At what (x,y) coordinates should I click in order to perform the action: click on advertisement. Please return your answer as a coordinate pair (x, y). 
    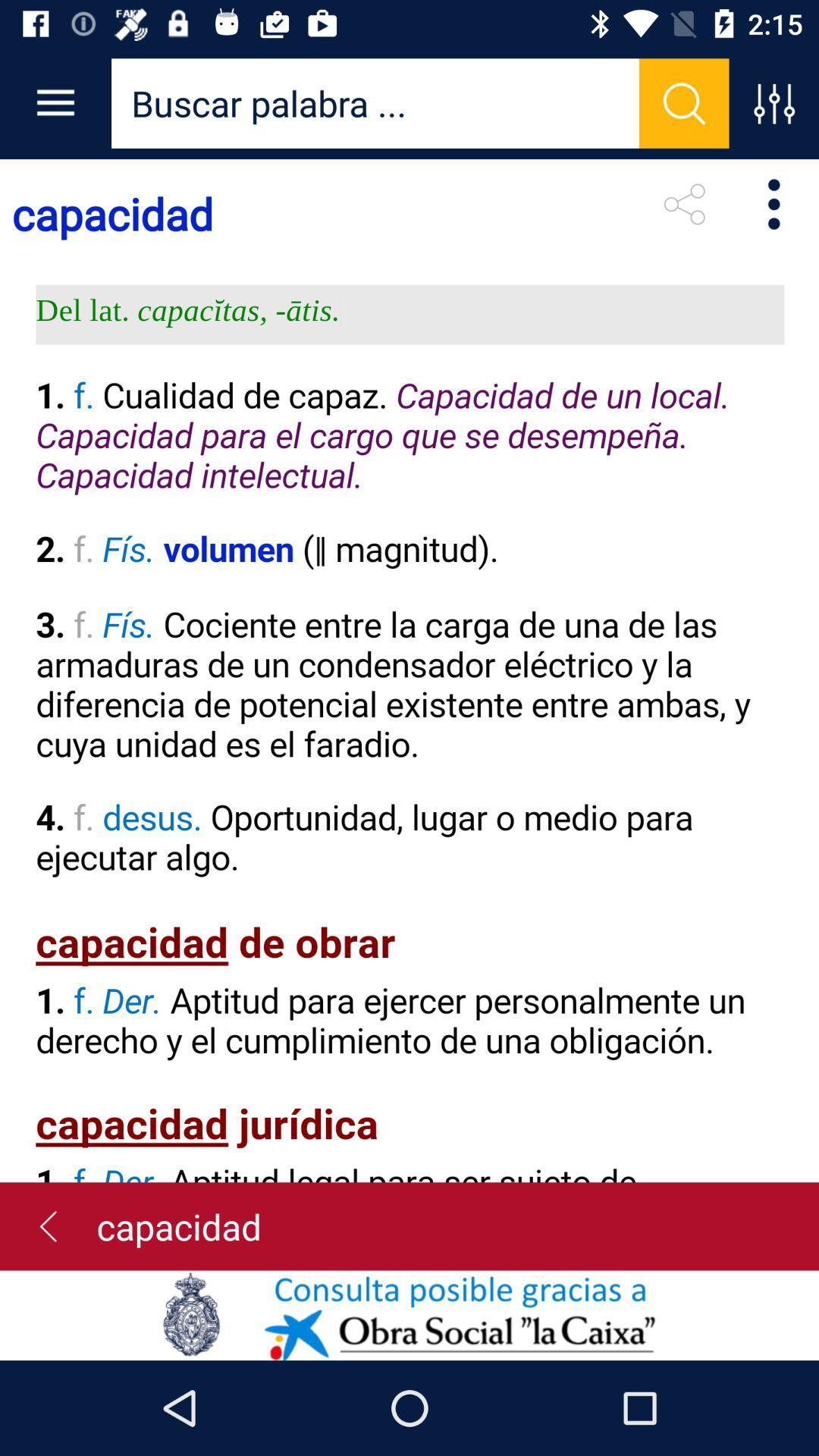
    Looking at the image, I should click on (409, 1314).